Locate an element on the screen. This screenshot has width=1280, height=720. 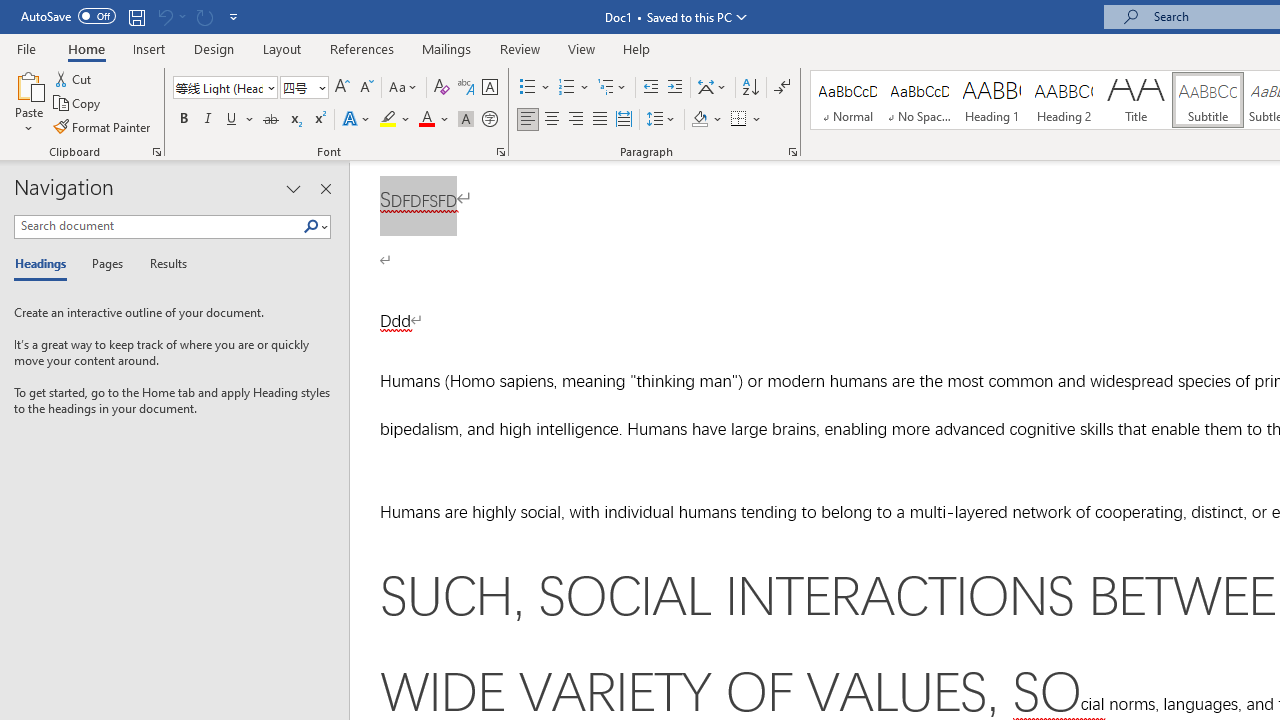
'Can' is located at coordinates (164, 16).